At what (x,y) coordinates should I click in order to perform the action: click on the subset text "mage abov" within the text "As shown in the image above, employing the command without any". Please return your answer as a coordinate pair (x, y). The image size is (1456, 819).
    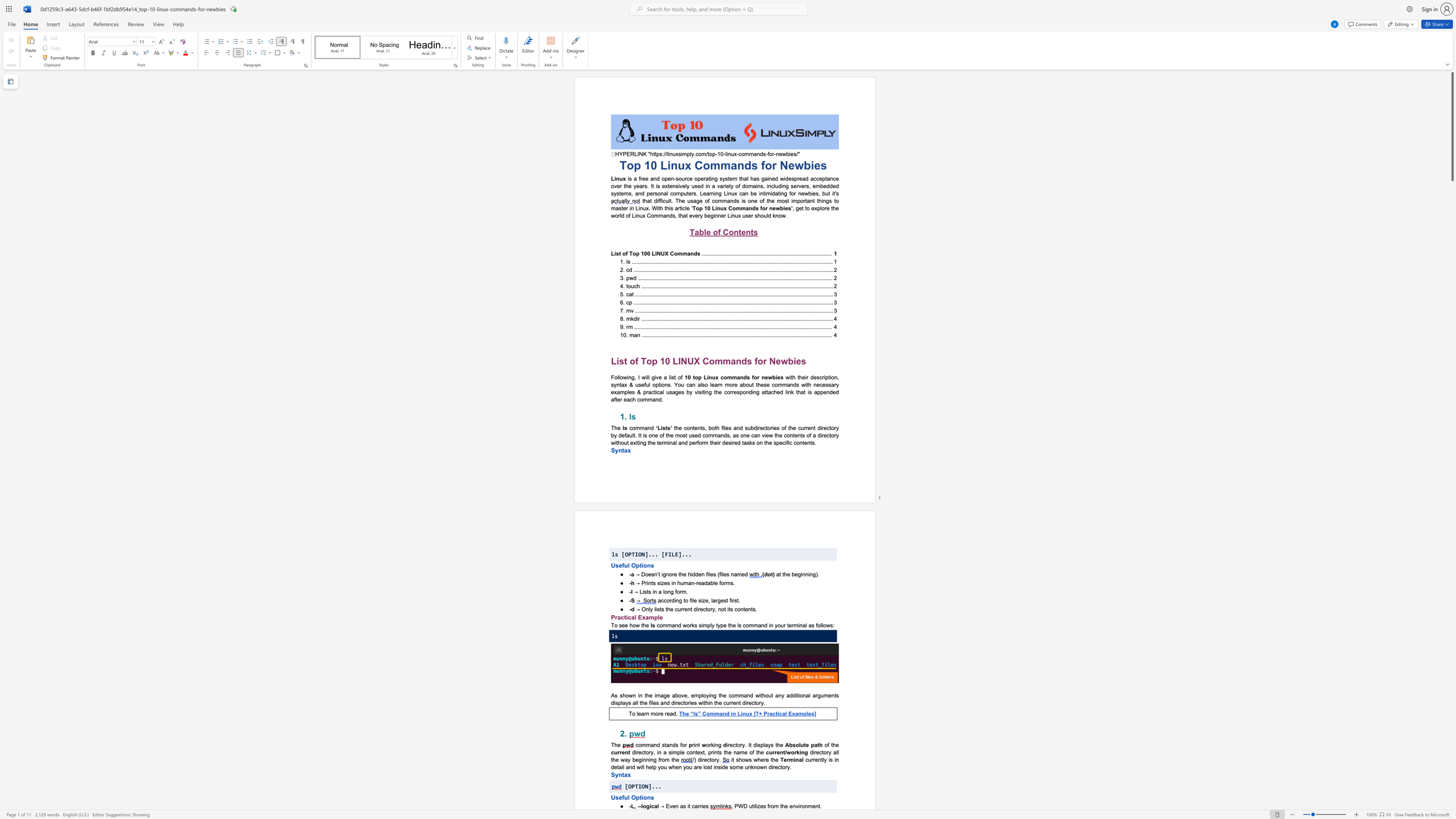
    Looking at the image, I should click on (655, 695).